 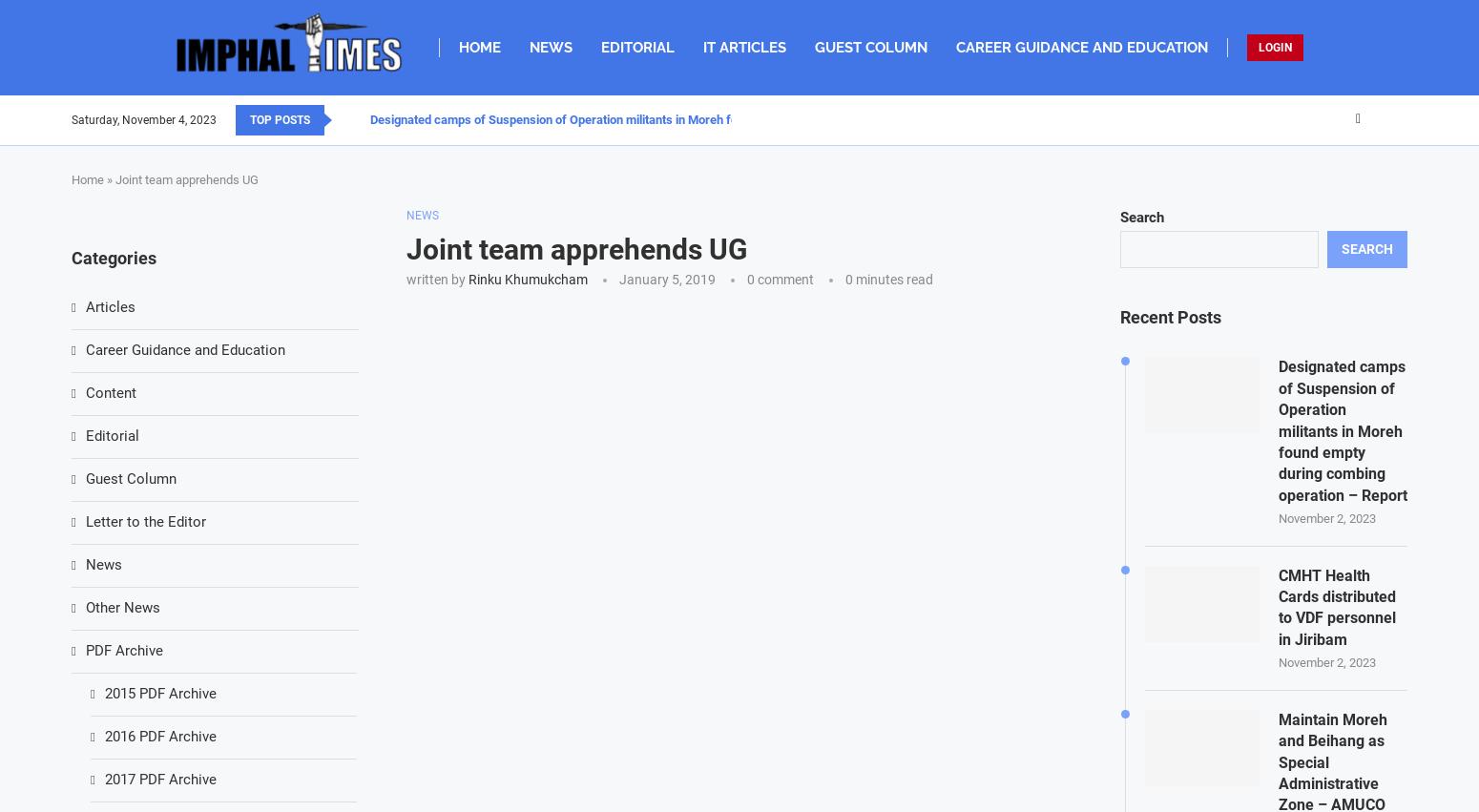 What do you see at coordinates (158, 779) in the screenshot?
I see `'2017 PDF Archive'` at bounding box center [158, 779].